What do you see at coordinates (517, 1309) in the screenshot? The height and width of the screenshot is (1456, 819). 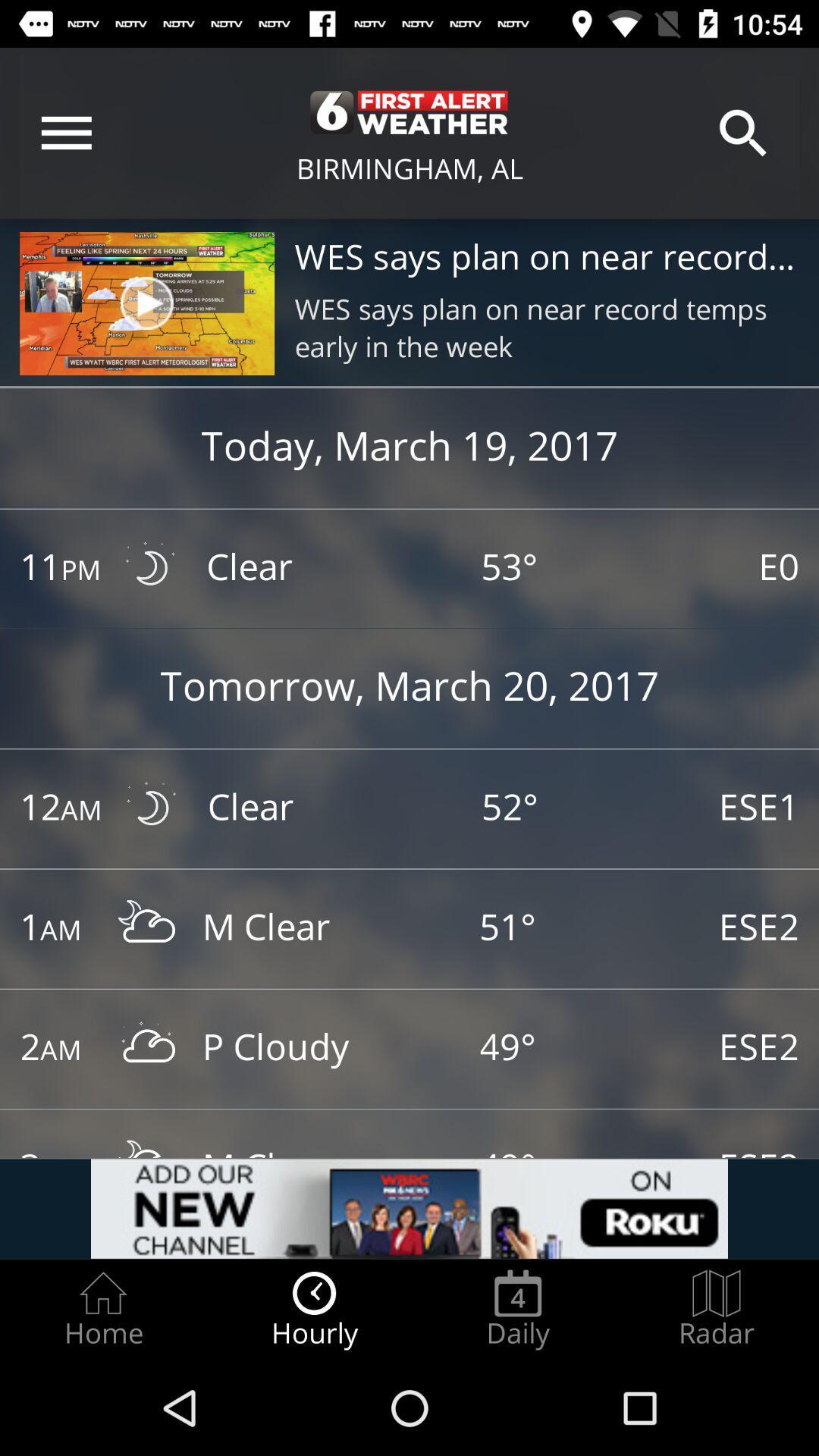 I see `icon to the left of the radar icon` at bounding box center [517, 1309].